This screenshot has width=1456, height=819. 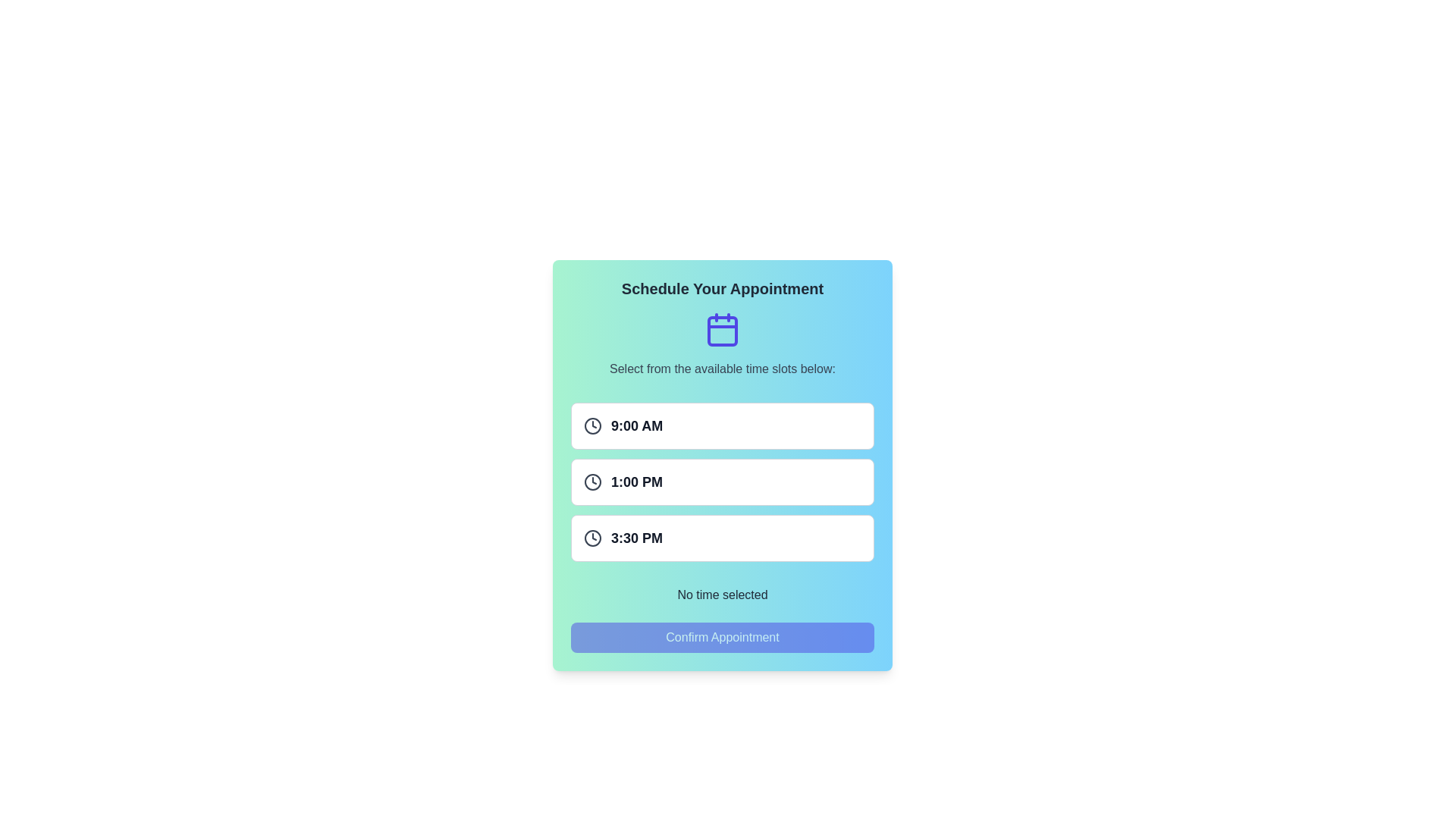 What do you see at coordinates (592, 482) in the screenshot?
I see `the circular boundary of the clock icon associated with the second time slot, which is aligned with '1:00 PM'` at bounding box center [592, 482].